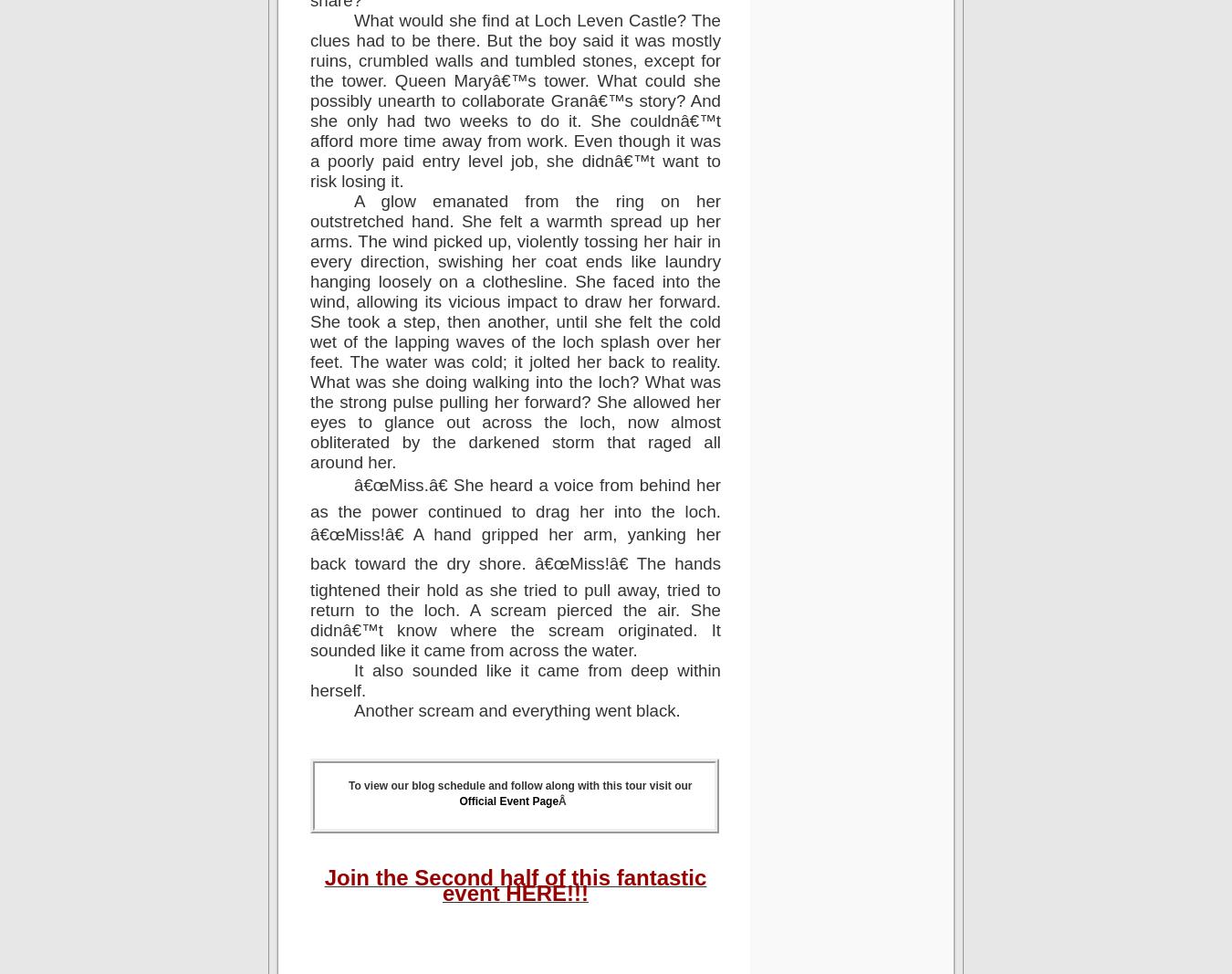  I want to click on 'Join the Second half', so click(433, 877).